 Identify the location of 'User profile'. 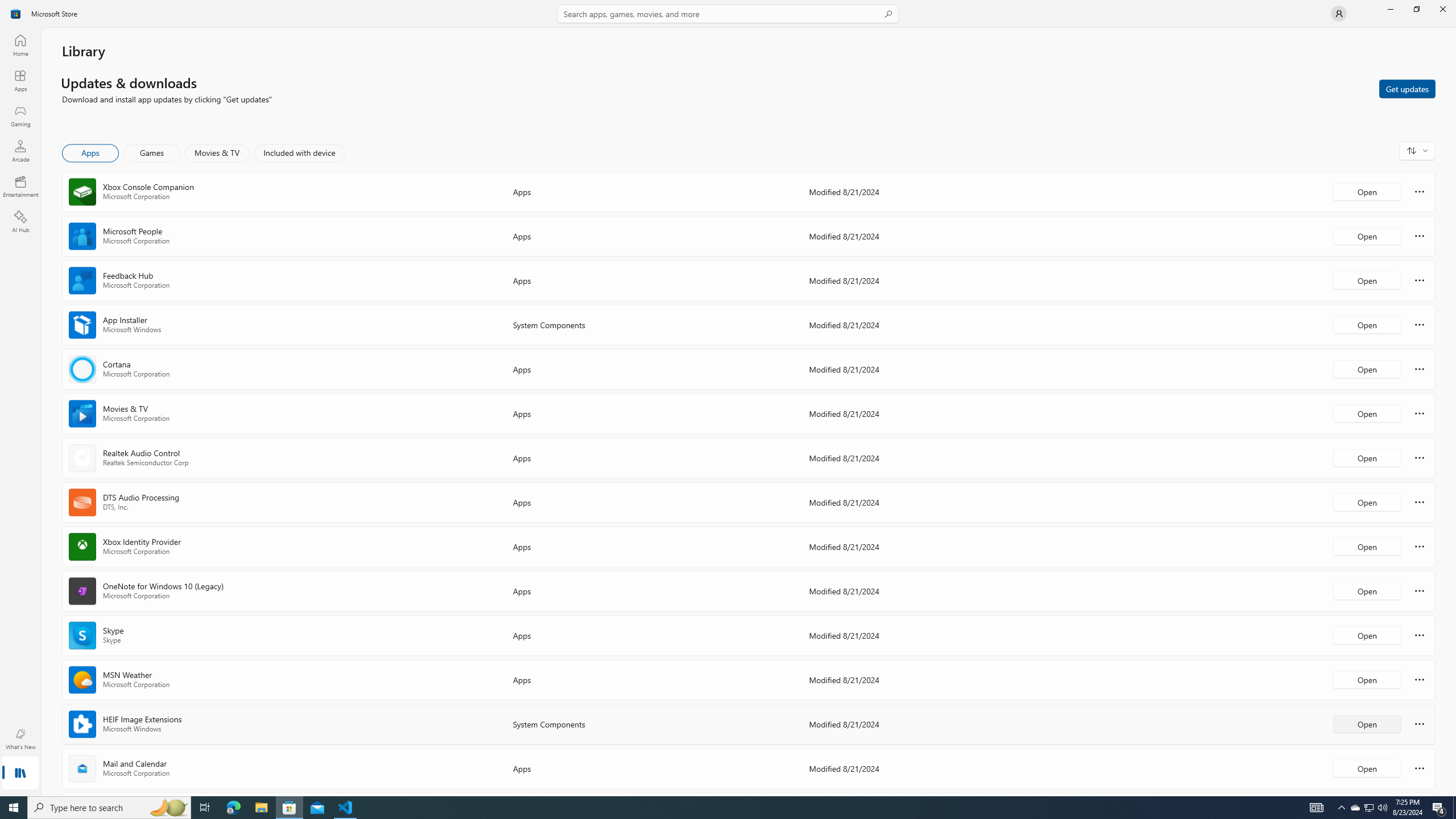
(1338, 13).